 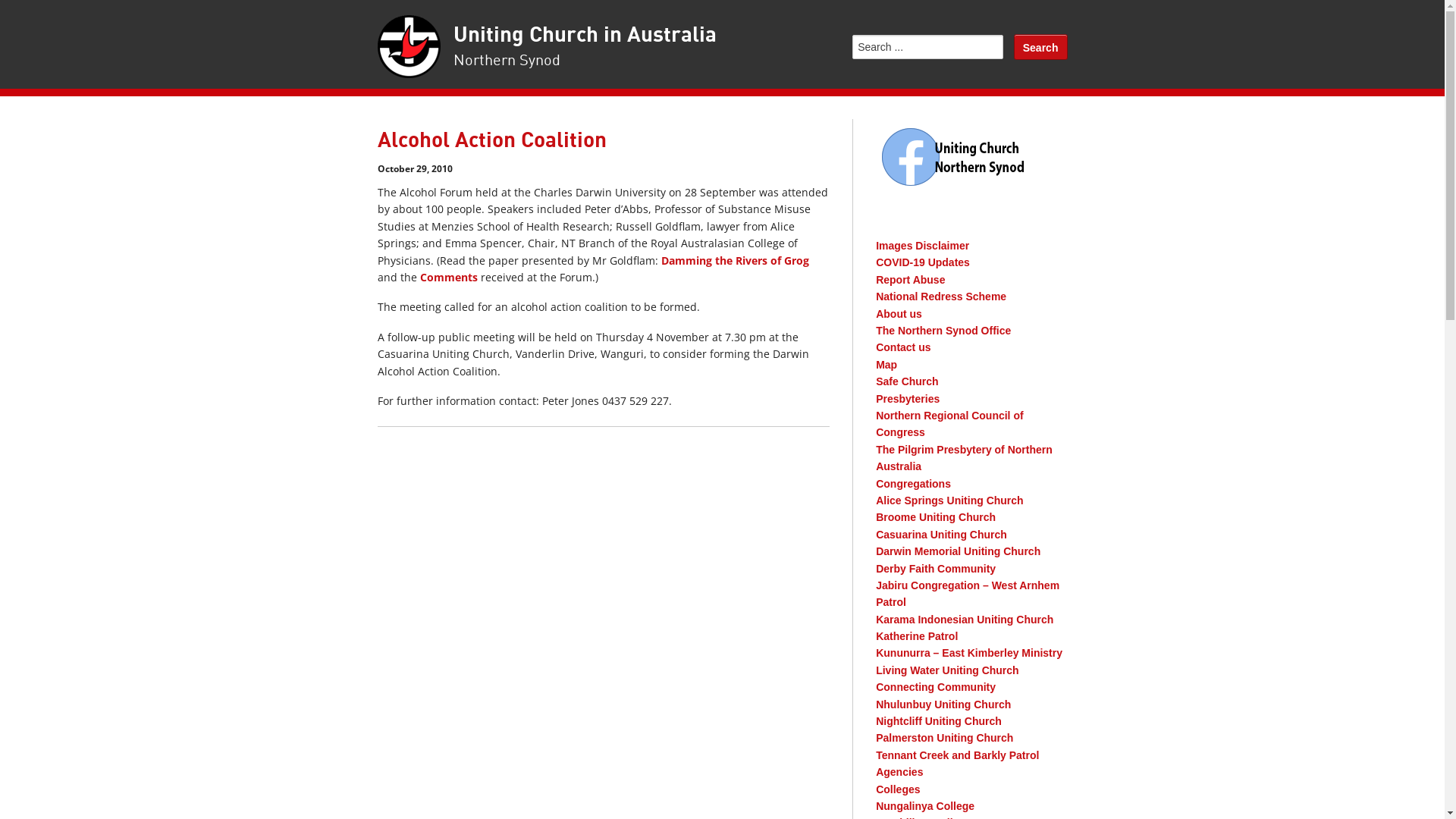 What do you see at coordinates (942, 704) in the screenshot?
I see `'Nhulunbuy Uniting Church'` at bounding box center [942, 704].